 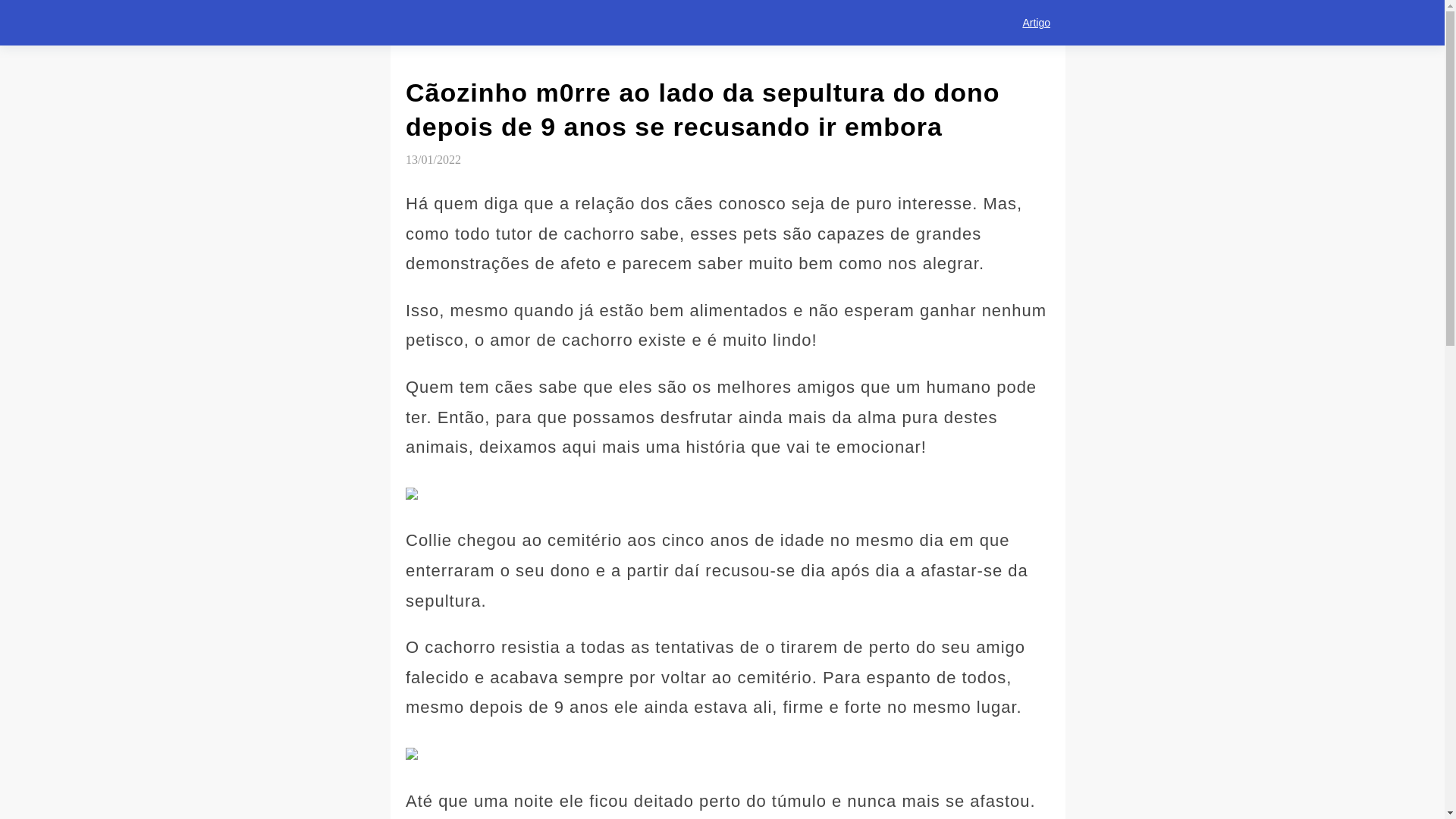 What do you see at coordinates (1007, 23) in the screenshot?
I see `'Artigo'` at bounding box center [1007, 23].